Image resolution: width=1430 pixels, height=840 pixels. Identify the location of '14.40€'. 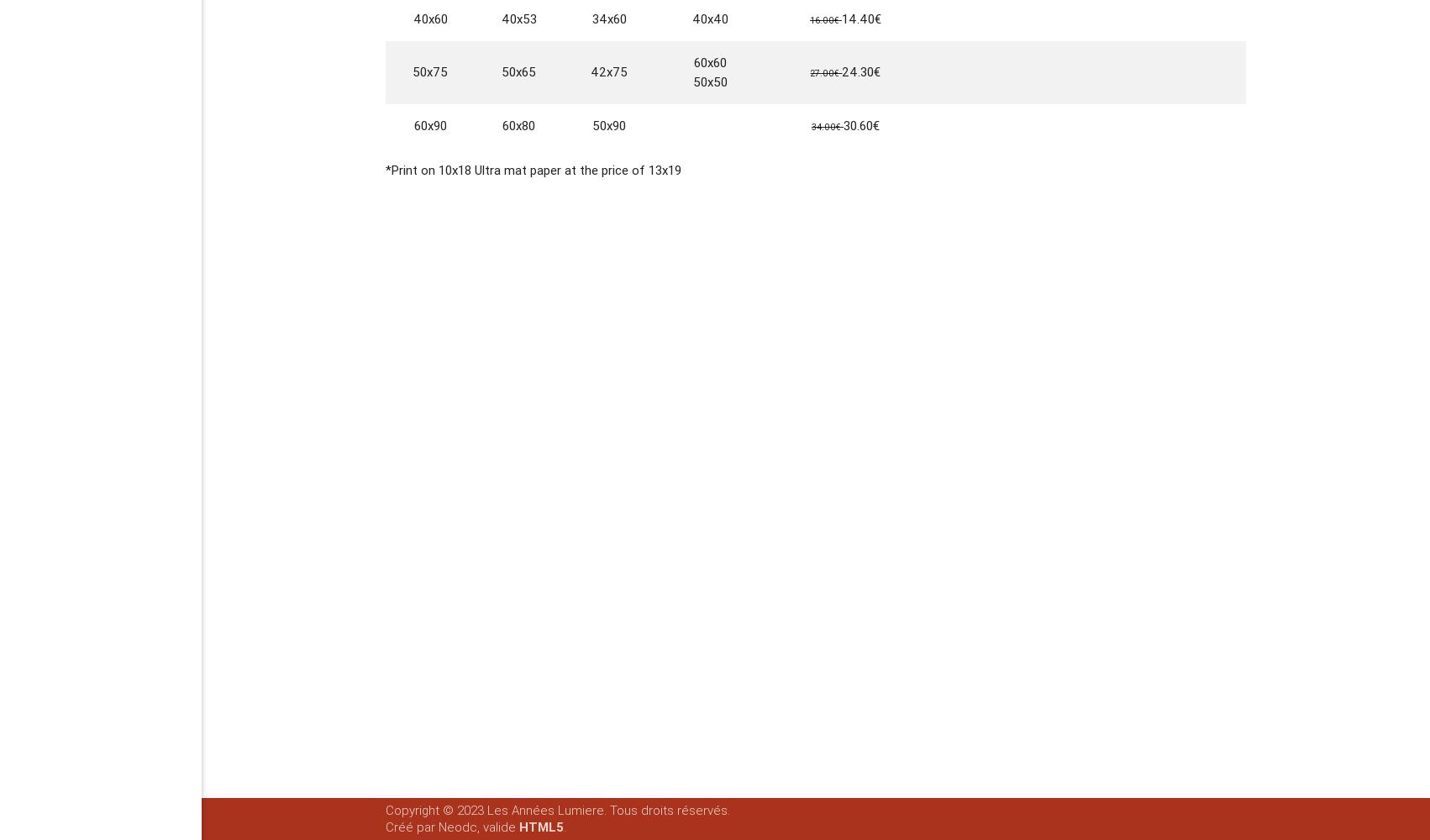
(860, 18).